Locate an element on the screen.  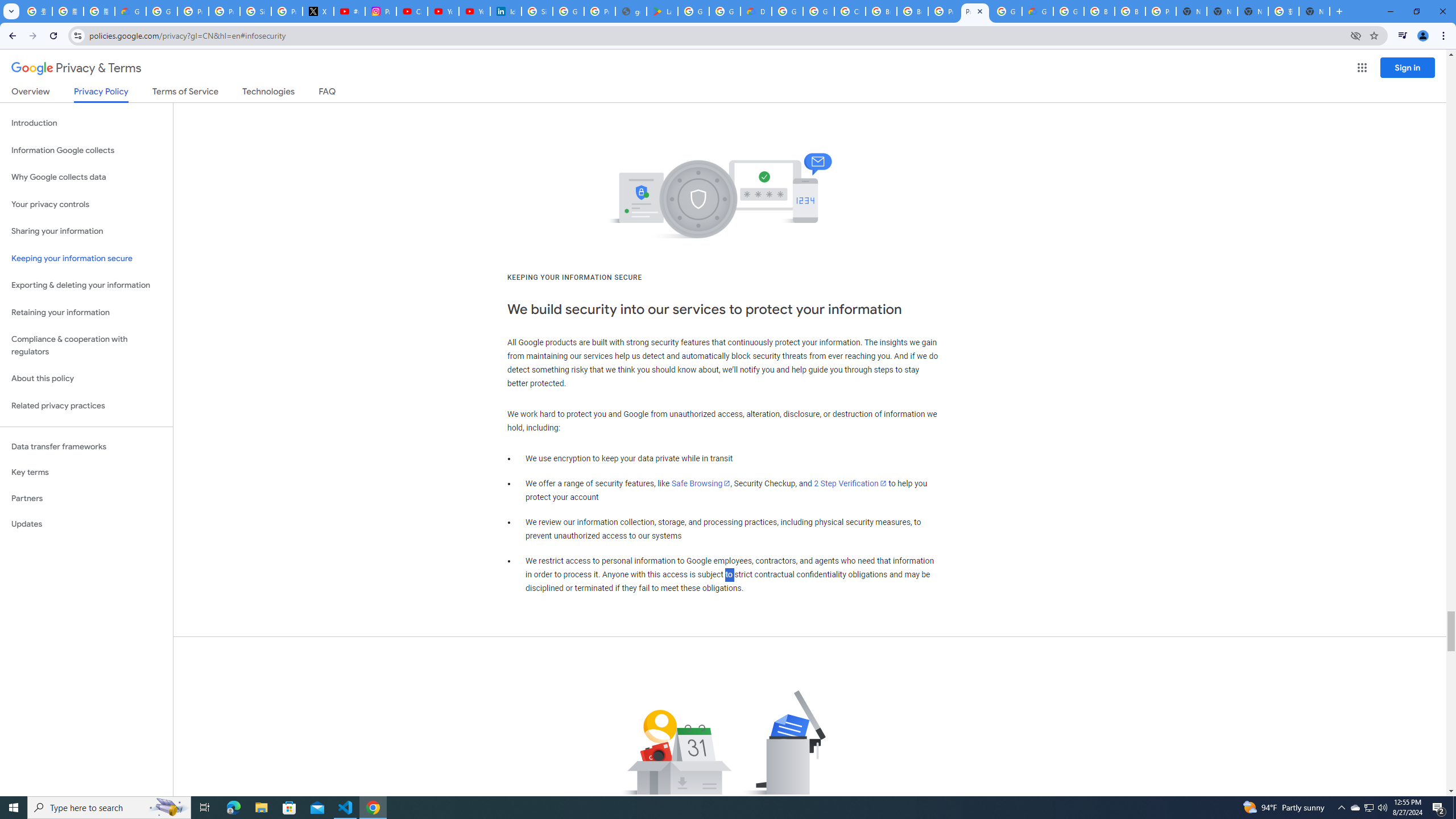
'Control your music, videos, and more' is located at coordinates (1403, 35).